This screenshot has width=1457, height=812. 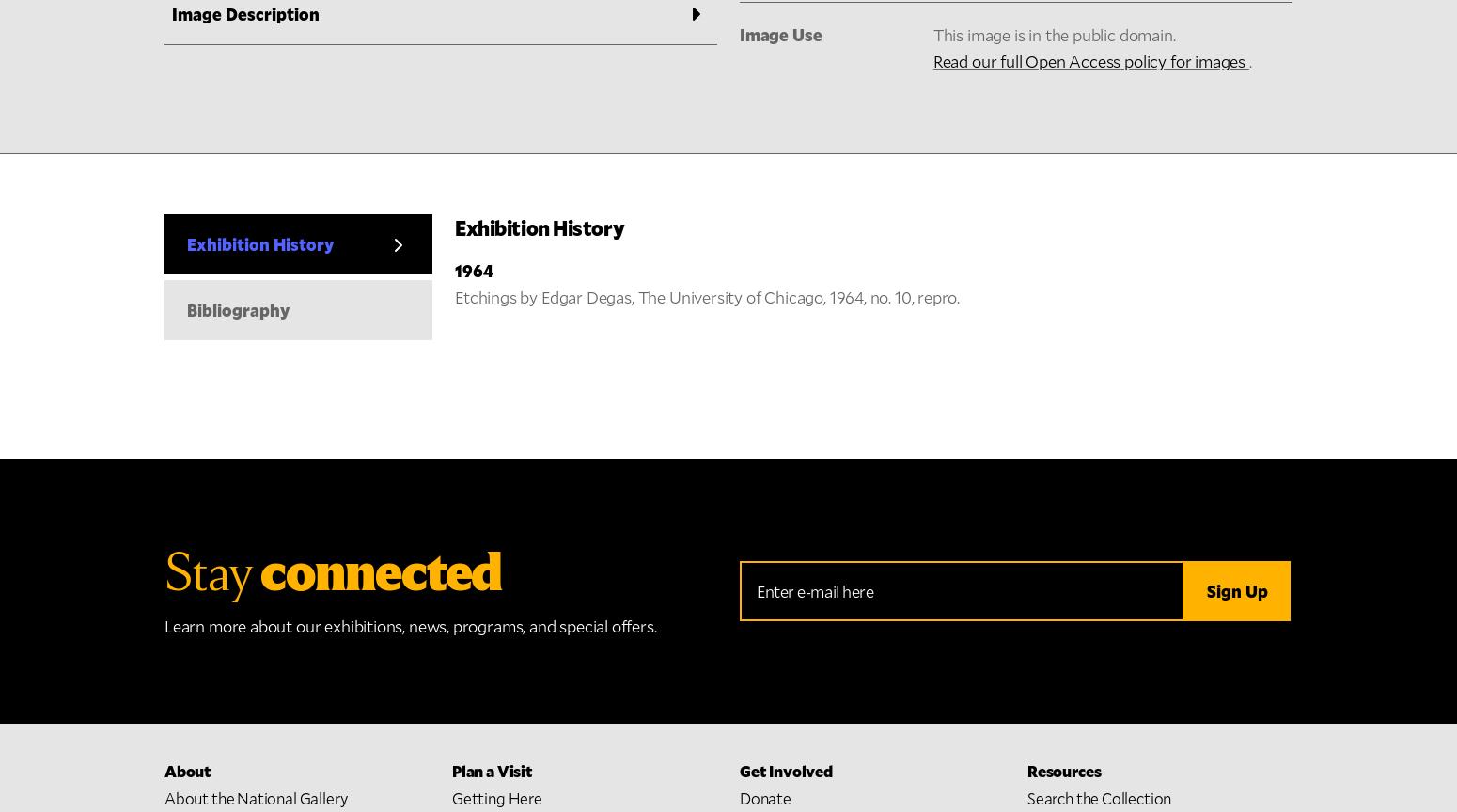 I want to click on 'Library', so click(x=1049, y=308).